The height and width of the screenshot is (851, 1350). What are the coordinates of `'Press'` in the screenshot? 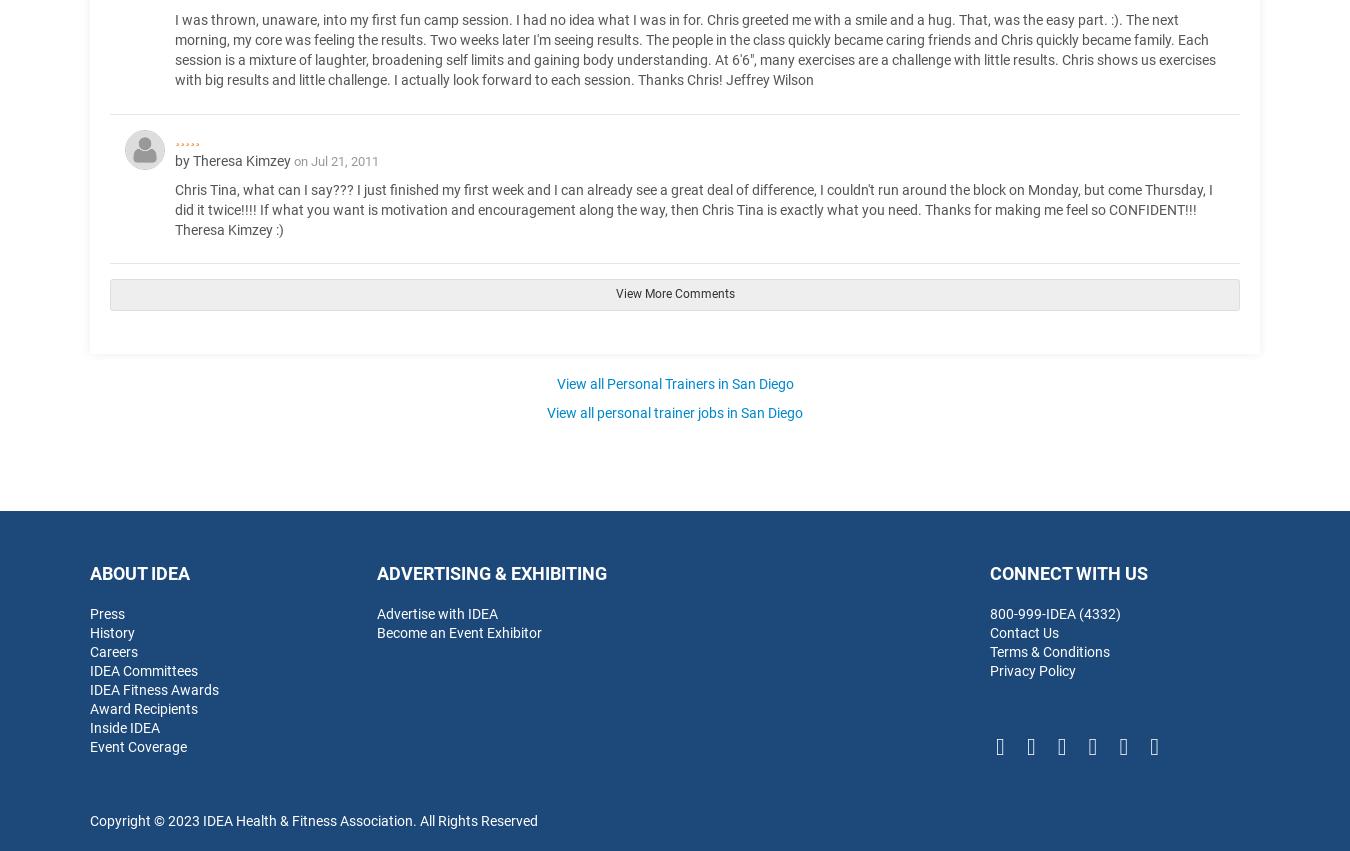 It's located at (106, 612).